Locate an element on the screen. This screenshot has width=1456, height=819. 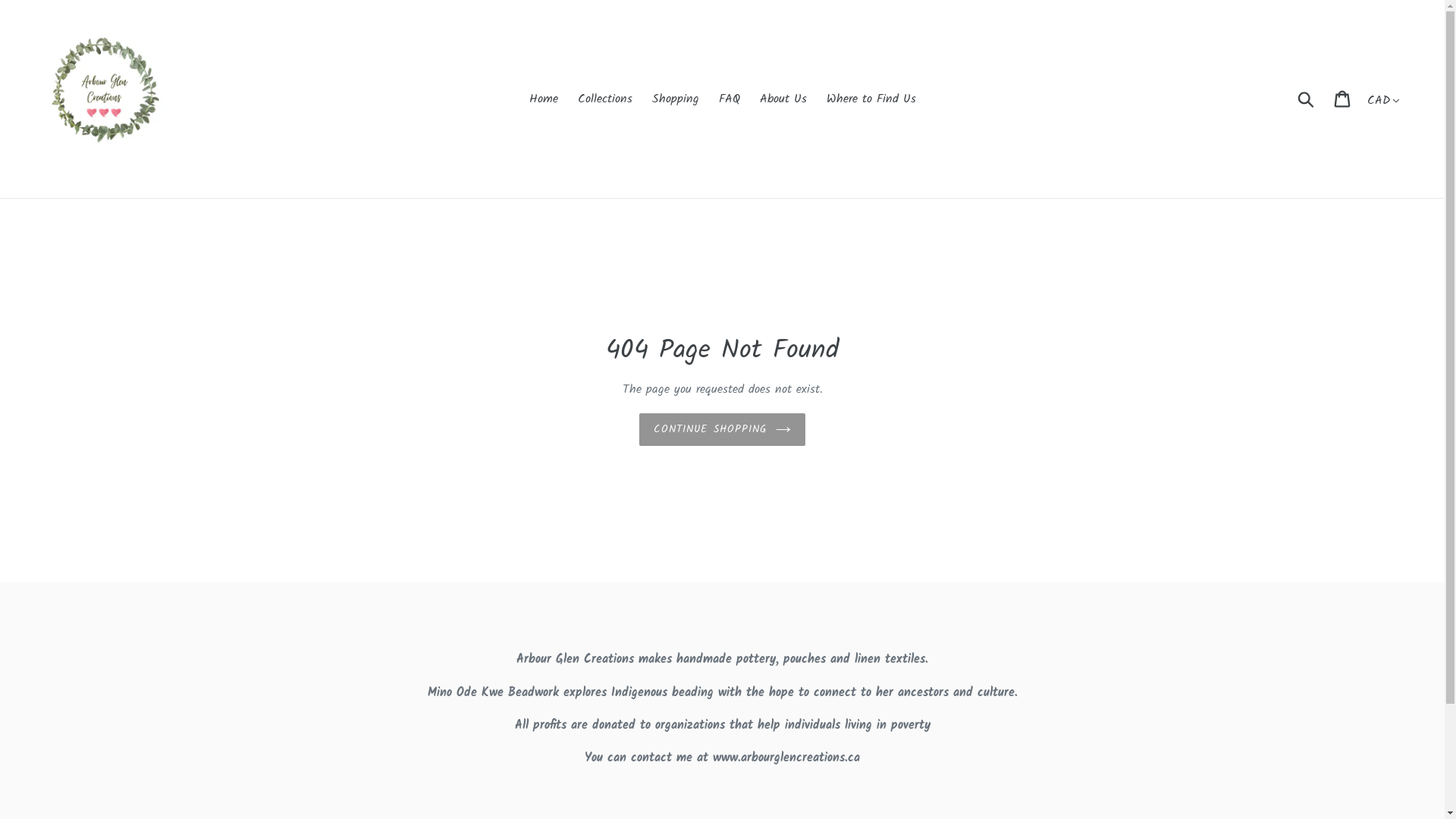
'FAQ' is located at coordinates (710, 99).